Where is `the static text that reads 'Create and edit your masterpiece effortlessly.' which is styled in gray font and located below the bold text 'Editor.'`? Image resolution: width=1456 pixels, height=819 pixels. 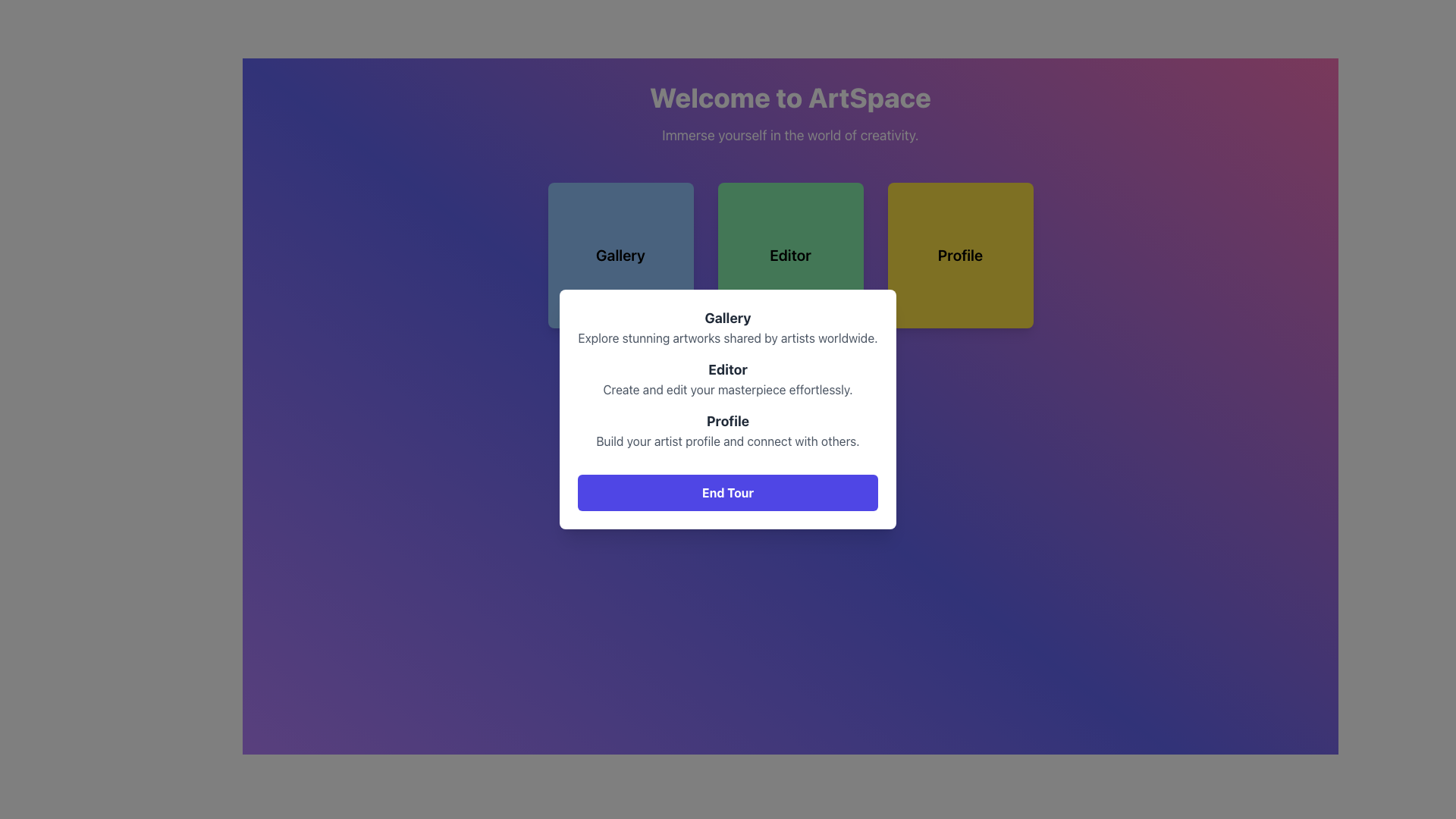
the static text that reads 'Create and edit your masterpiece effortlessly.' which is styled in gray font and located below the bold text 'Editor.' is located at coordinates (728, 388).